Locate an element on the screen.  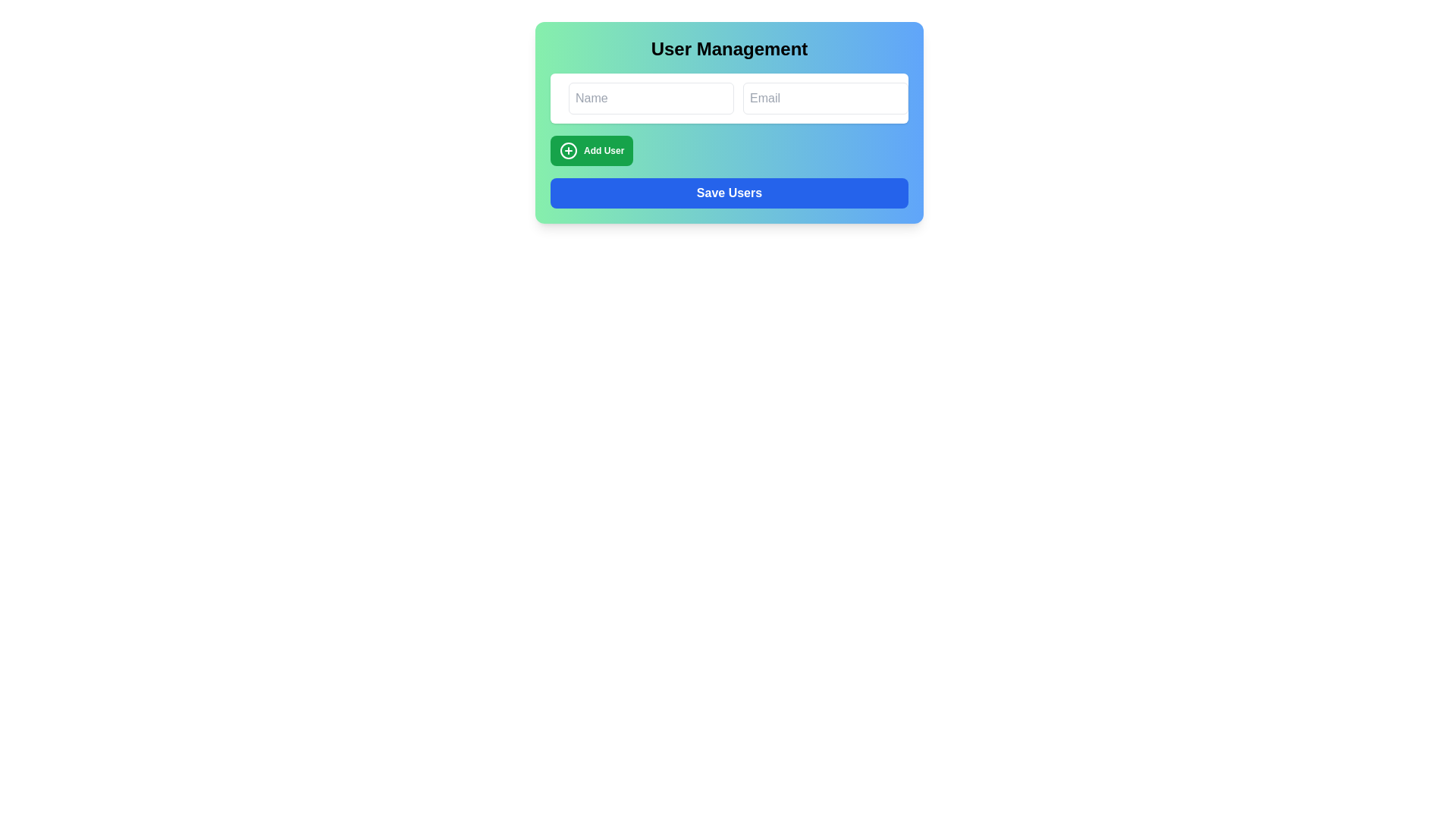
the 'Add User' button with a green background and white text, located in the User Management section below the 'Name' and 'Email' input fields is located at coordinates (591, 151).